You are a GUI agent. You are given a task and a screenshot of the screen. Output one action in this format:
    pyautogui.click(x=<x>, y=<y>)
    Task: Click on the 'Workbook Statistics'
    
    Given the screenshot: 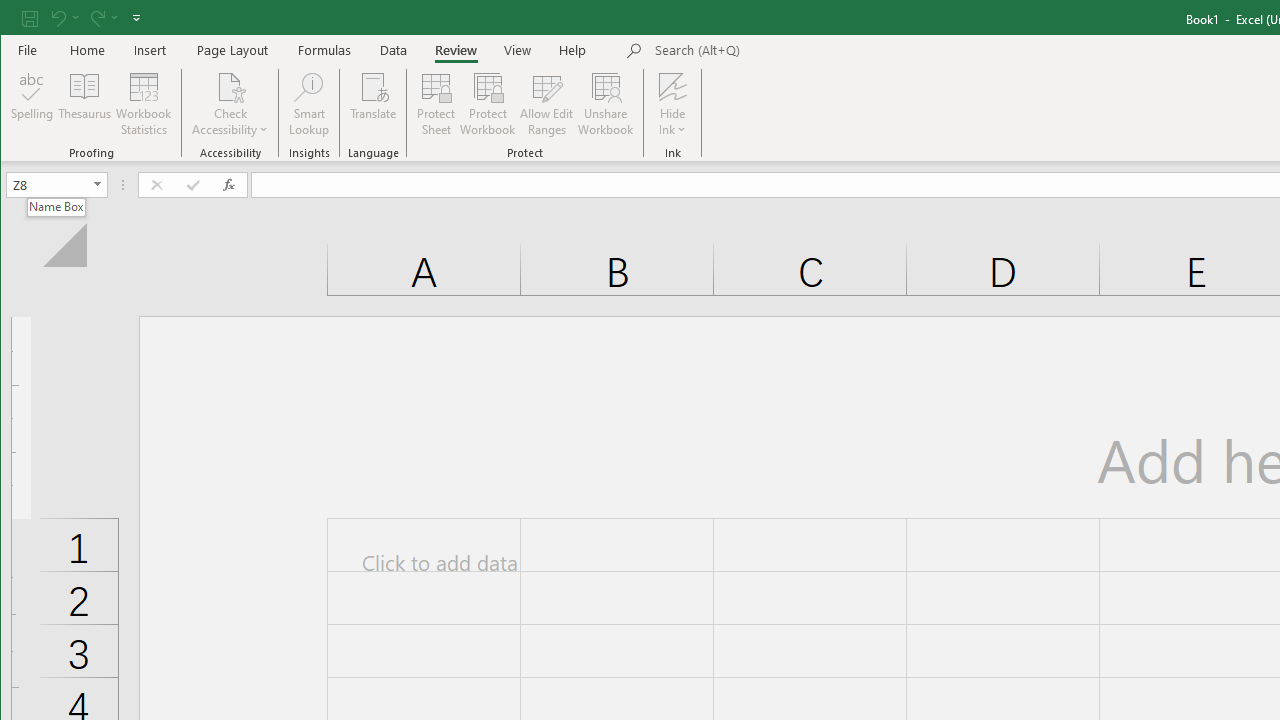 What is the action you would take?
    pyautogui.click(x=143, y=104)
    